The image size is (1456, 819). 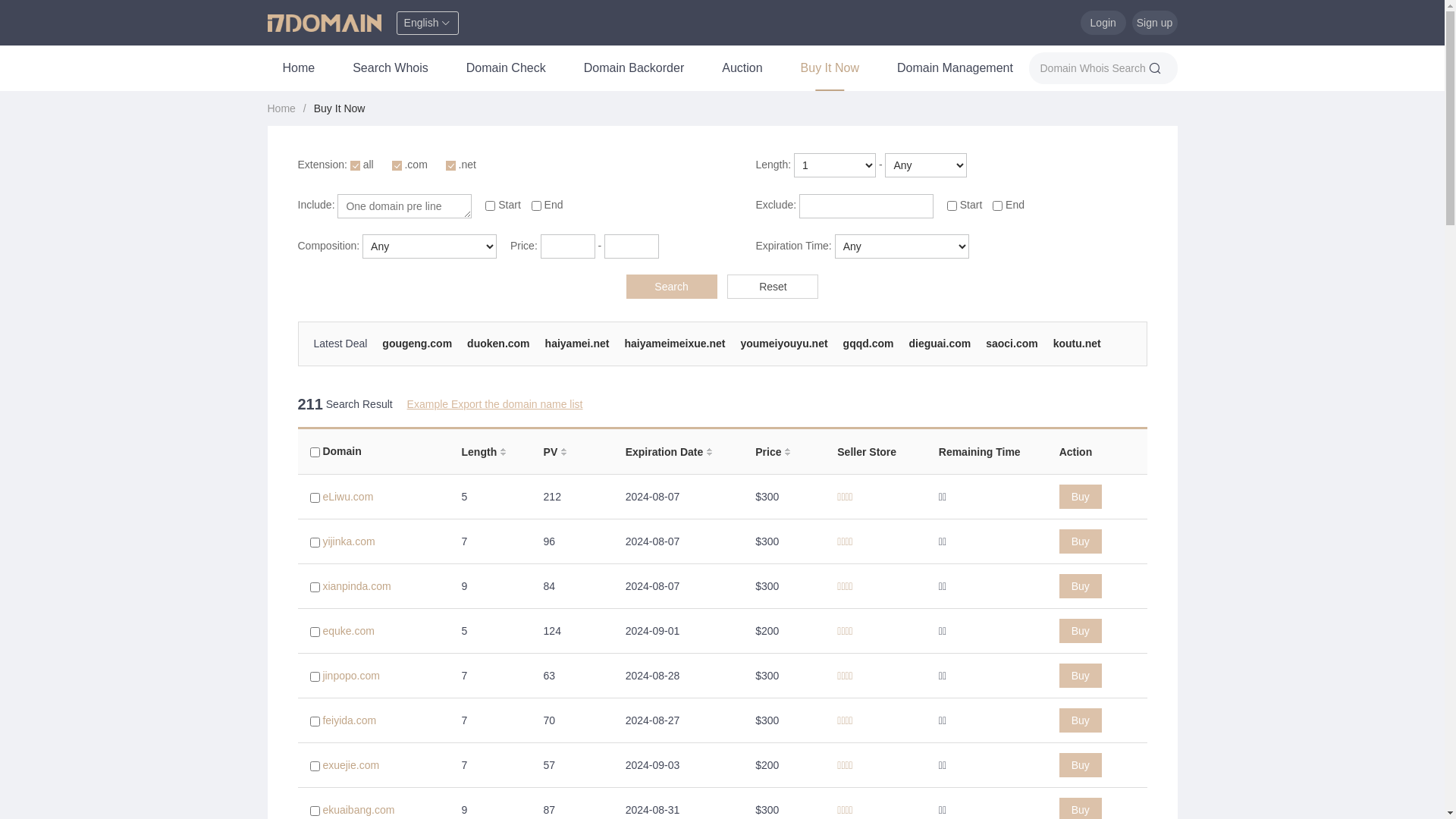 I want to click on 'eLiwu.com', so click(x=347, y=497).